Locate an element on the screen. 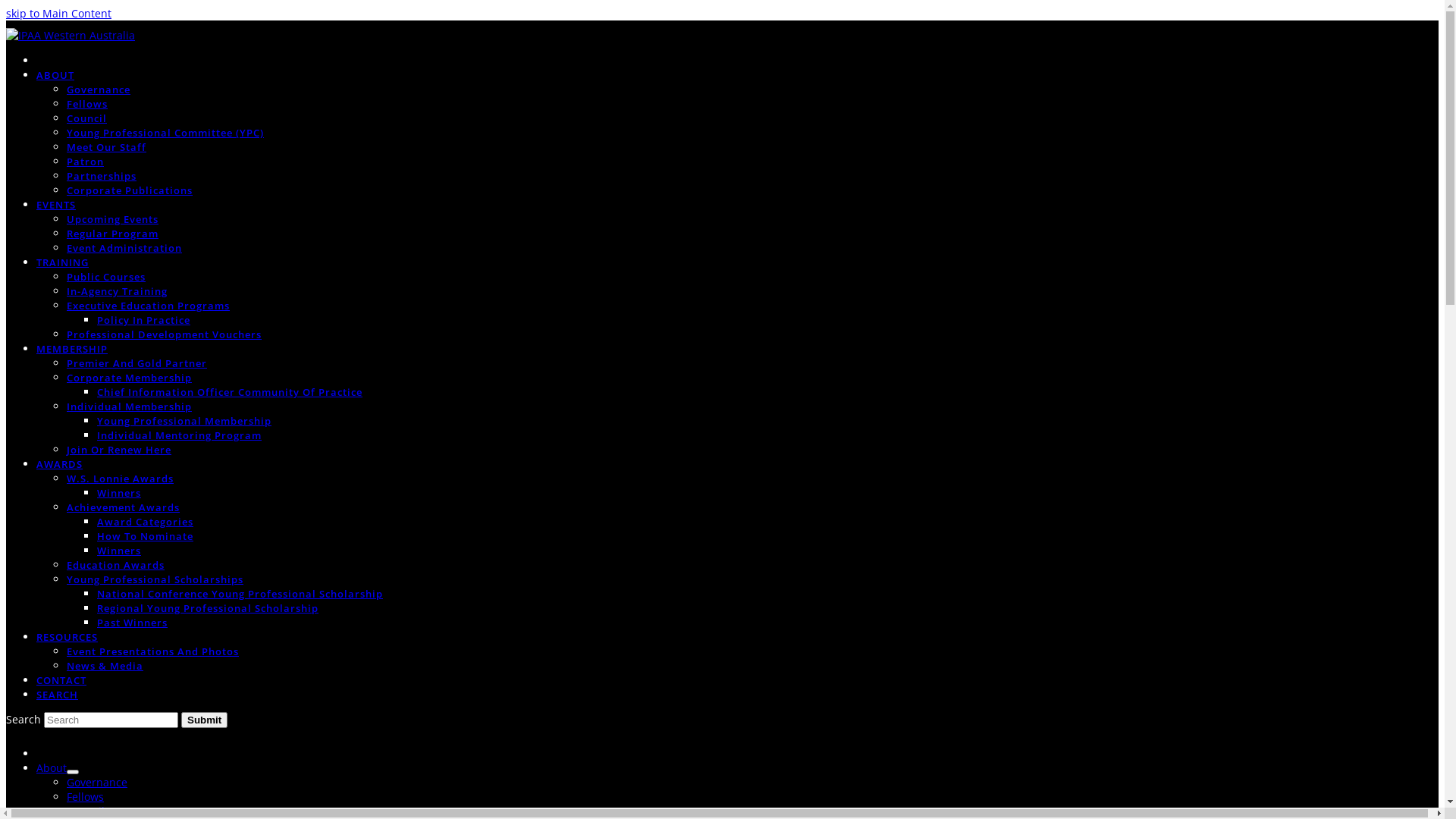 This screenshot has width=1456, height=819. 'Individual Membership' is located at coordinates (65, 405).